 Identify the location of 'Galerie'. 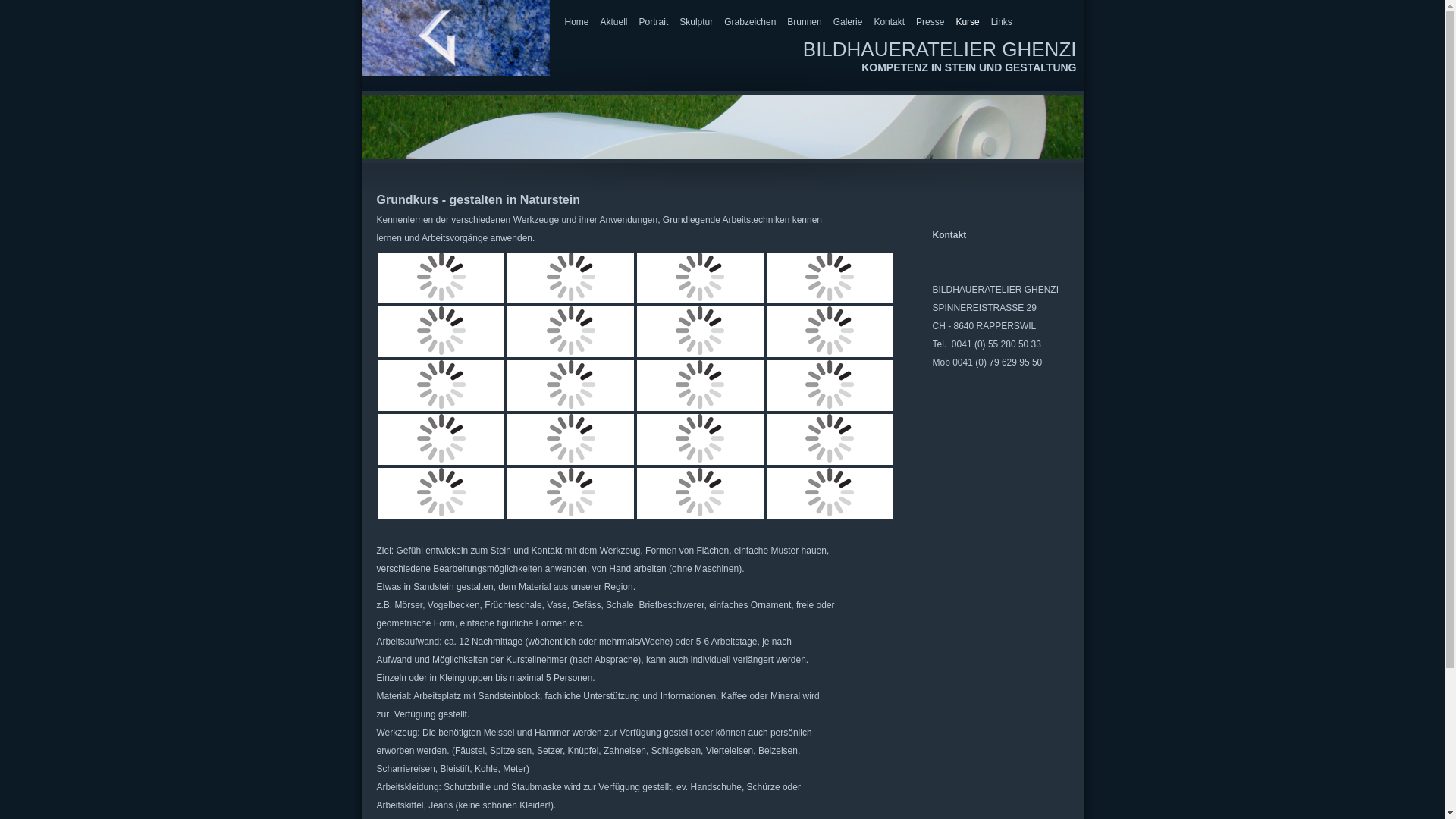
(847, 22).